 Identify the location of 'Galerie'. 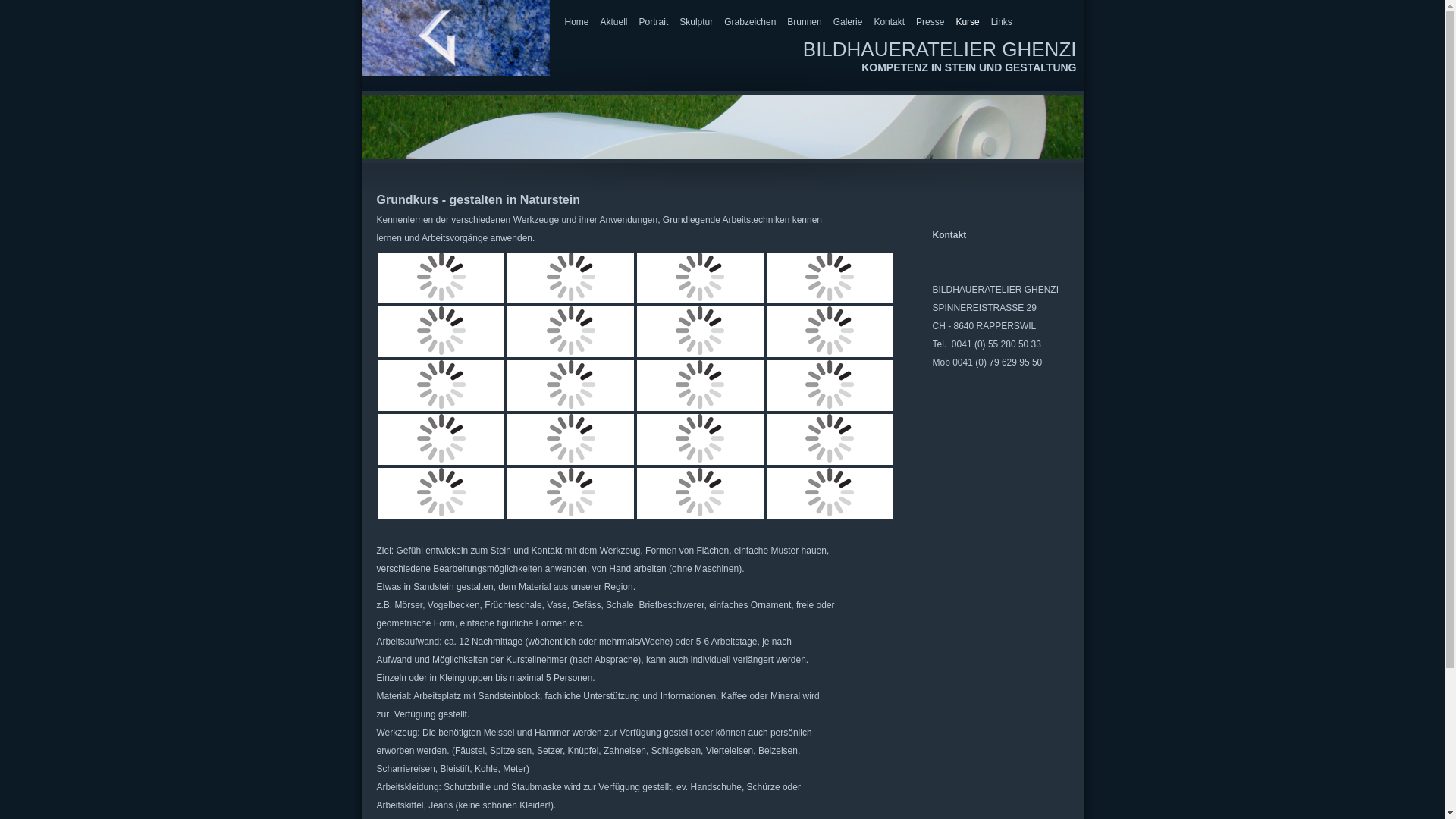
(847, 22).